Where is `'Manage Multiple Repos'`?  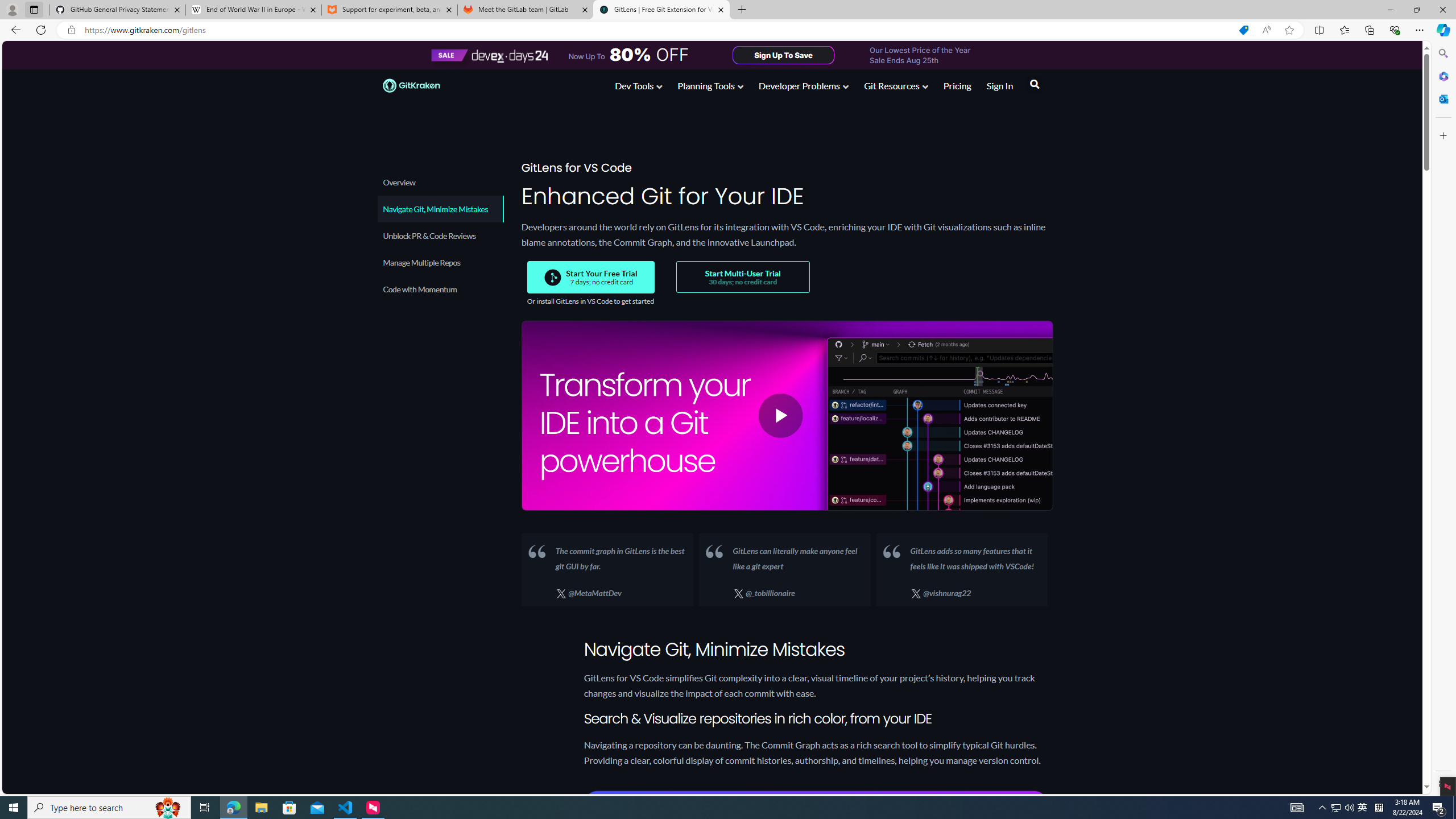
'Manage Multiple Repos' is located at coordinates (440, 262).